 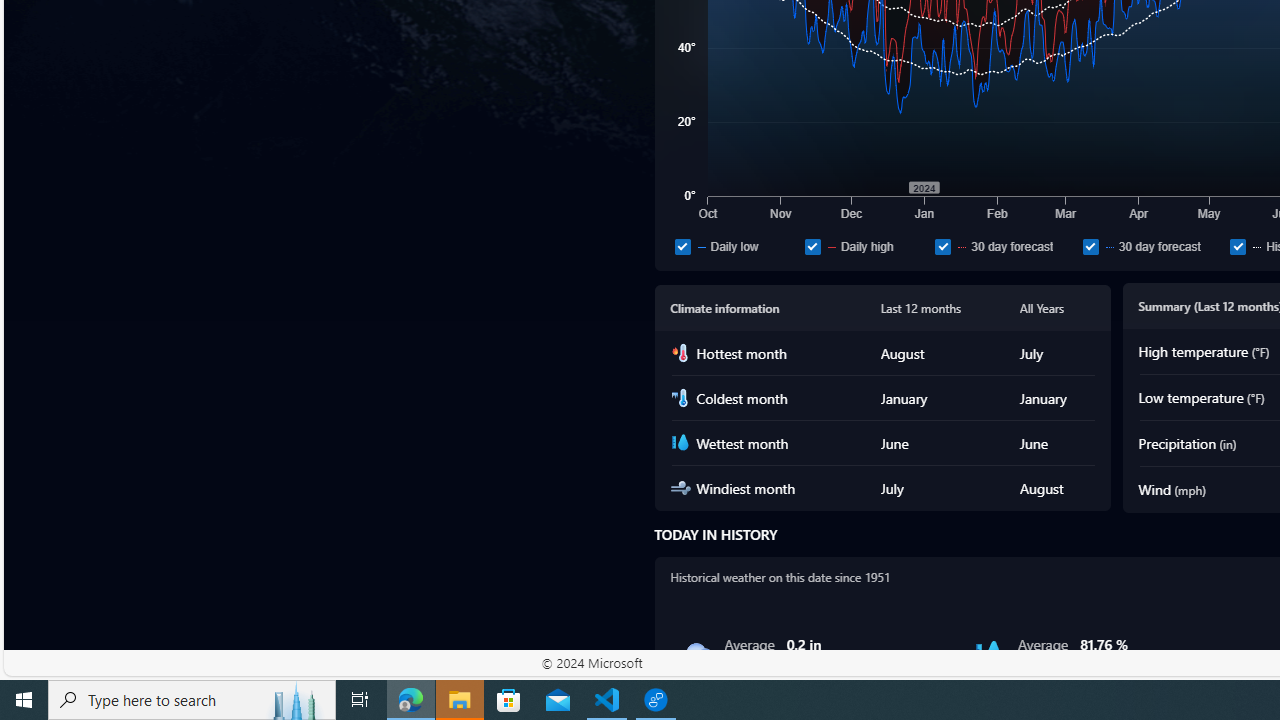 I want to click on 'Daily low', so click(x=682, y=245).